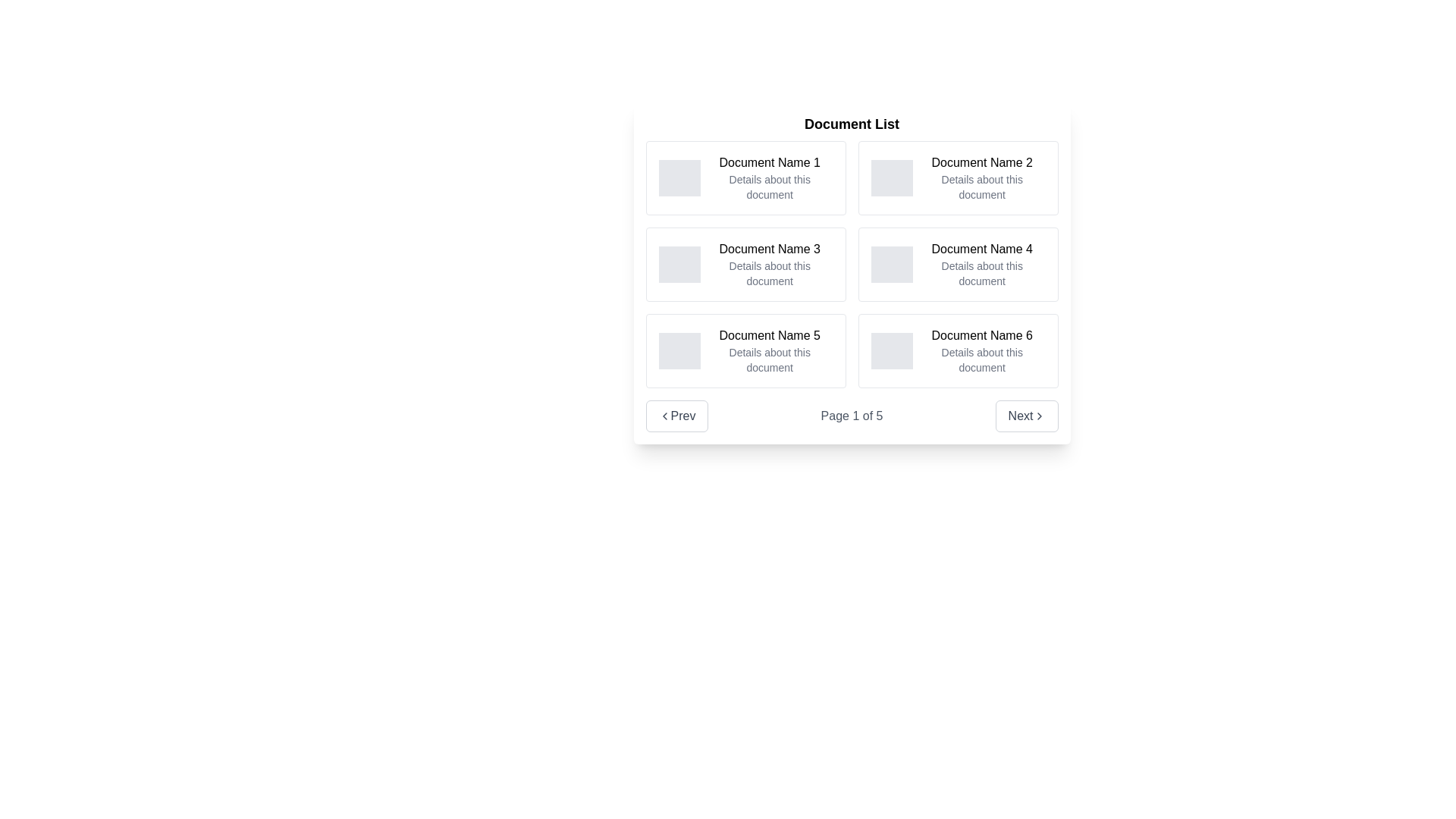  I want to click on text from the Text block located in the sixth card of the 'Document List' grid layout, positioned in the bottom-right corner, so click(982, 350).